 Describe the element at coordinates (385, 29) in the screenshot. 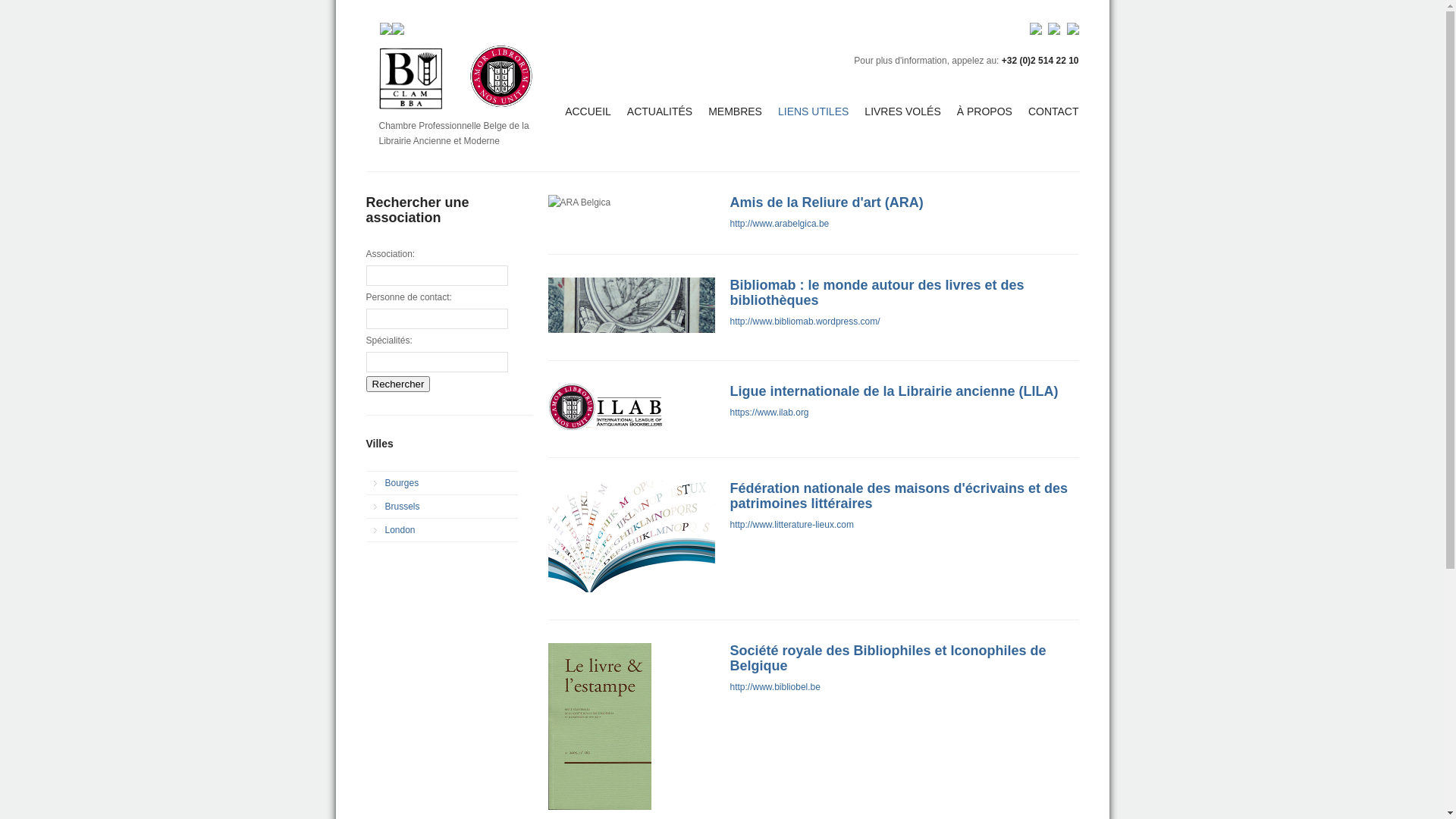

I see `'Facebook'` at that location.